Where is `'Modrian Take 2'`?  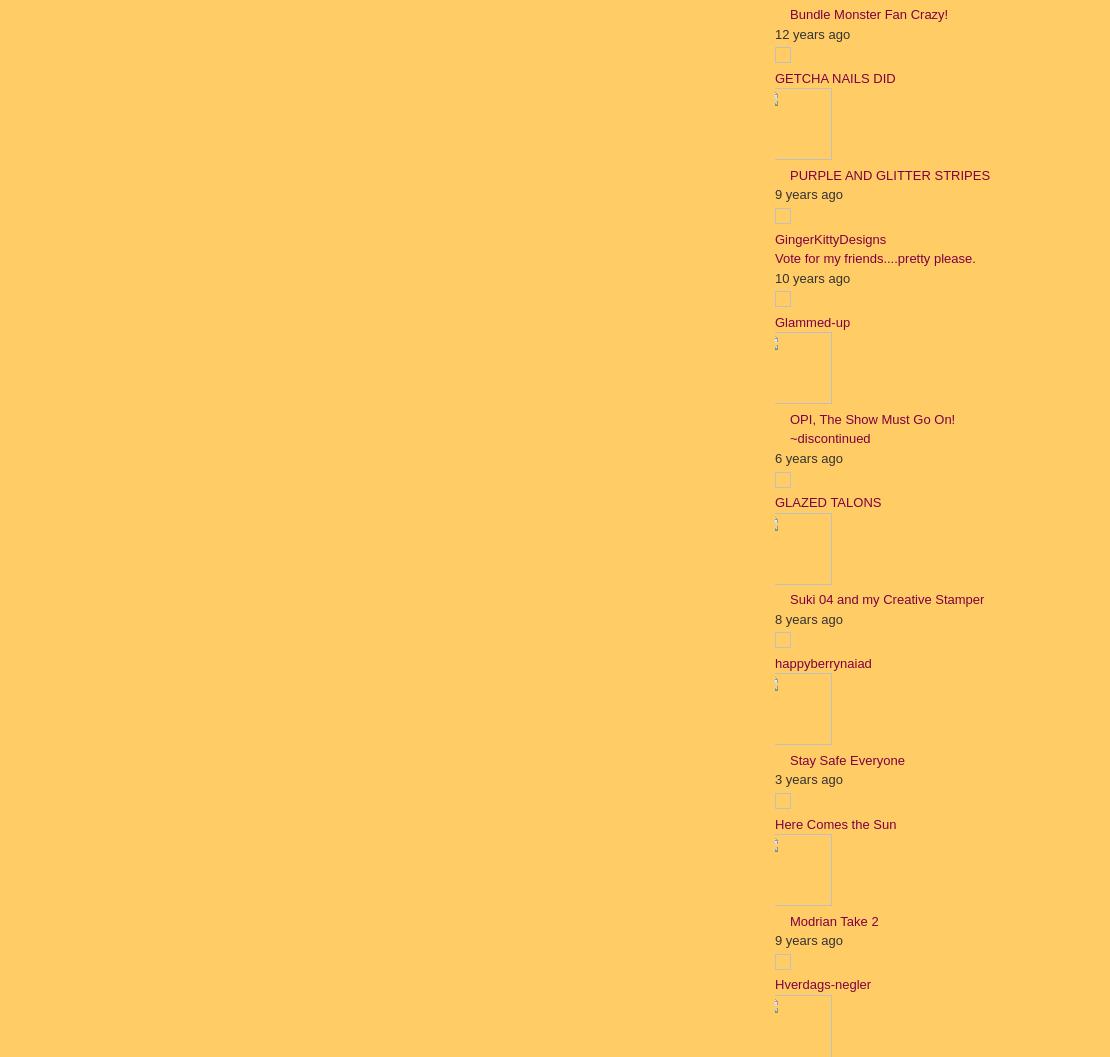
'Modrian Take 2' is located at coordinates (789, 920).